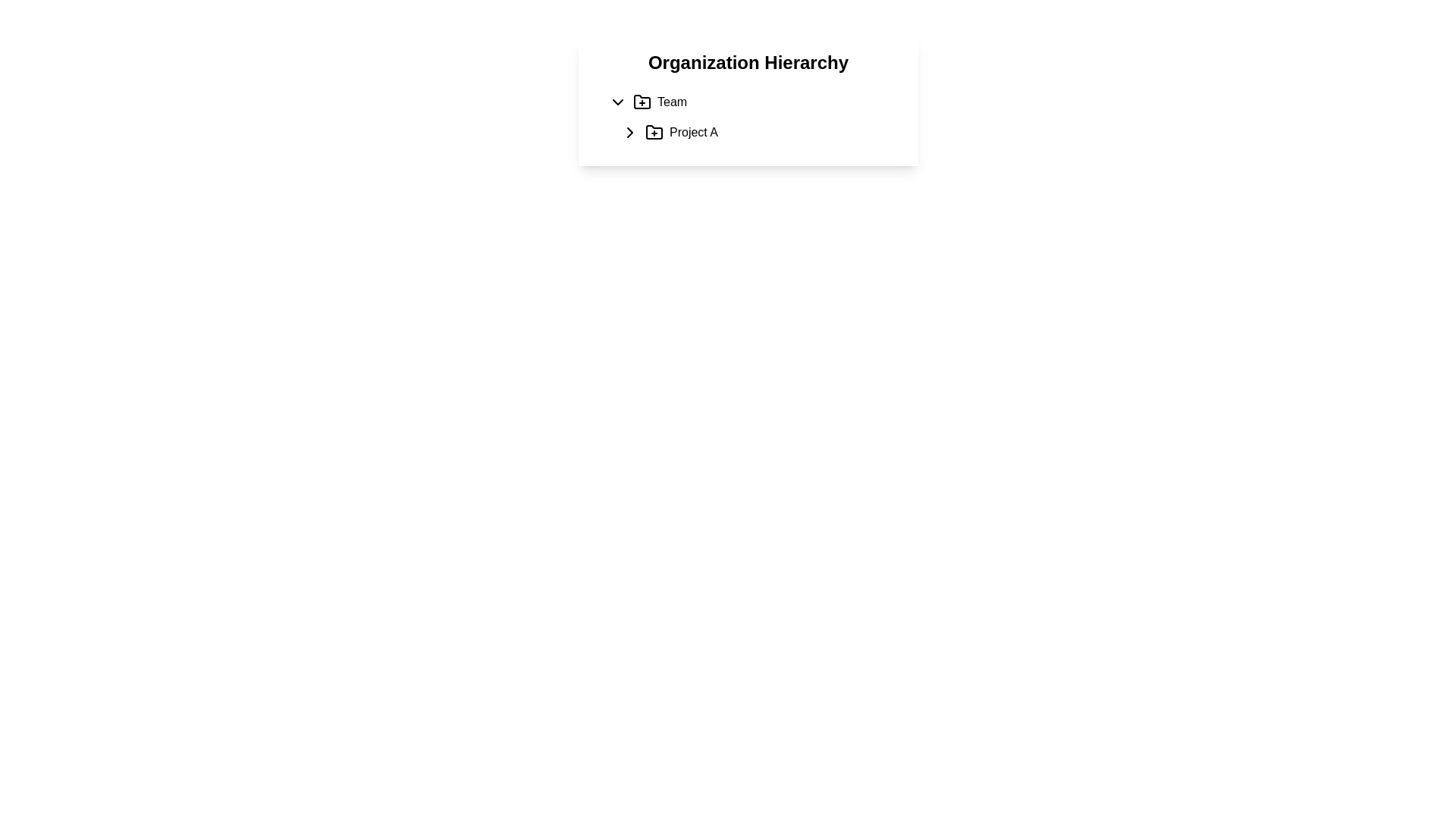 The height and width of the screenshot is (819, 1456). Describe the element at coordinates (693, 131) in the screenshot. I see `the text label 'Project A' which is positioned next to a folder icon and an expandable arrow indicator within the 'Organization Hierarchy' interface, specifically under the 'Team' section` at that location.